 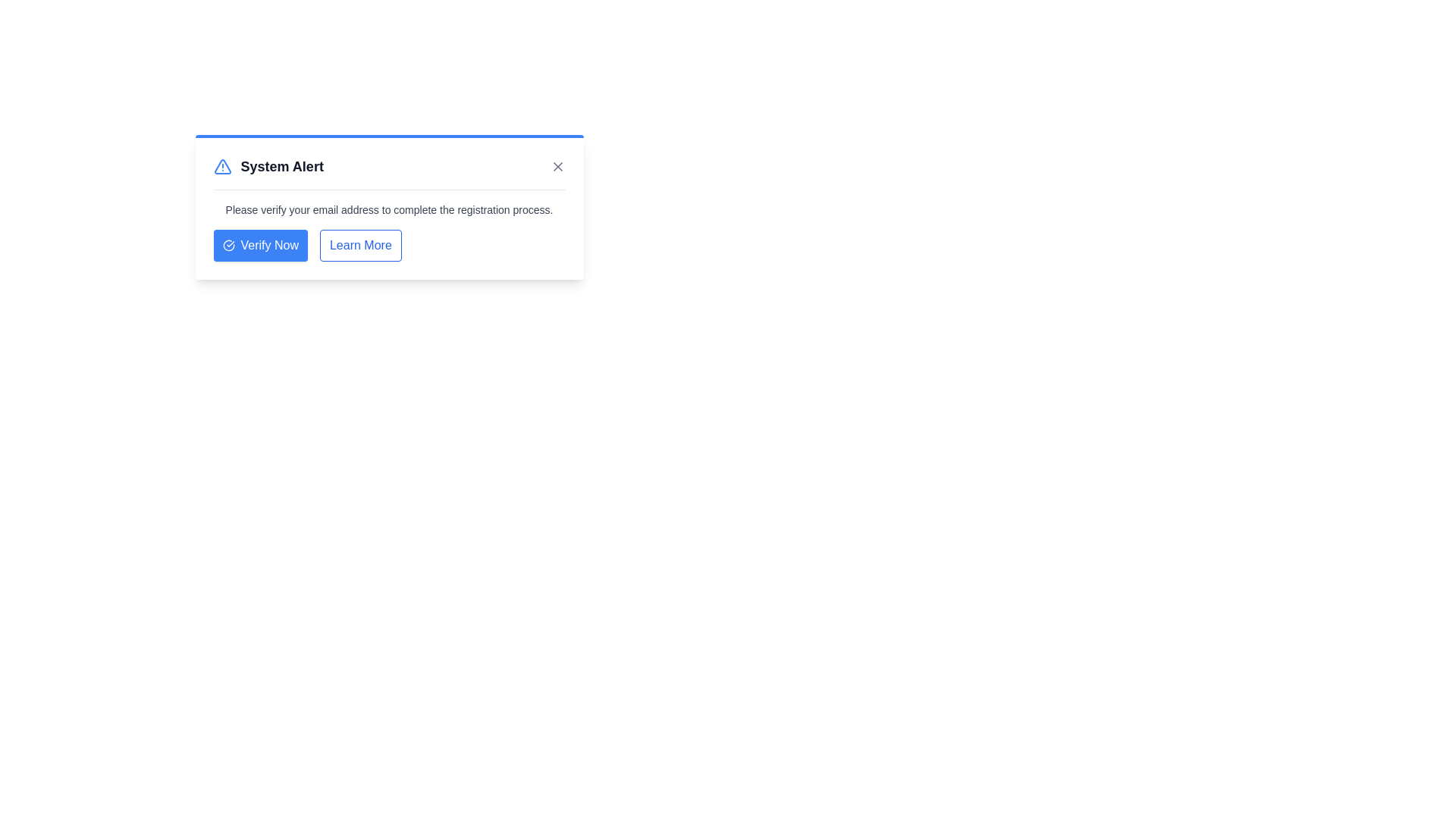 What do you see at coordinates (557, 166) in the screenshot?
I see `the close button to dismiss the notification` at bounding box center [557, 166].